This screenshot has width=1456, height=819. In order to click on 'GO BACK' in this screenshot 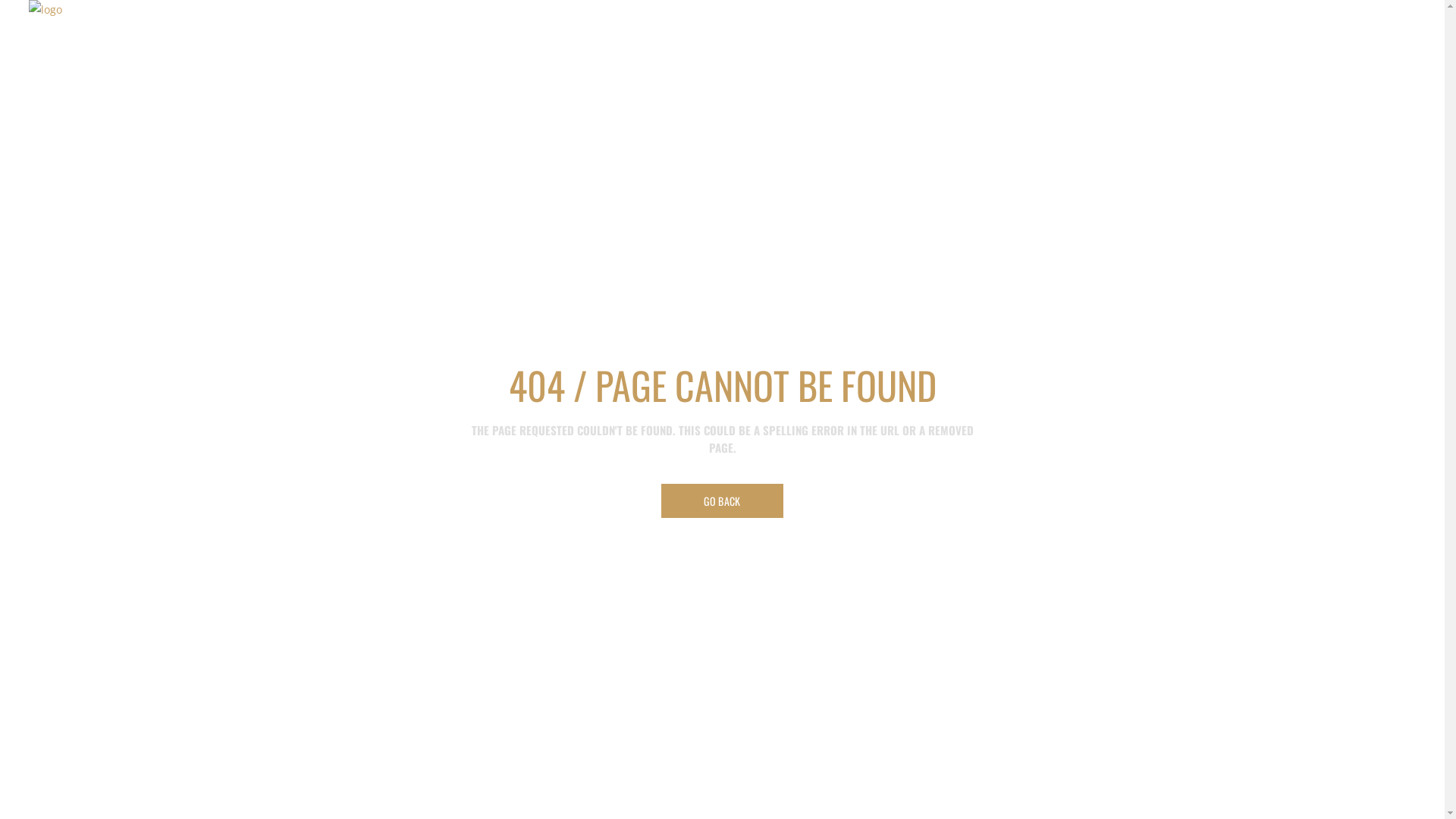, I will do `click(661, 500)`.